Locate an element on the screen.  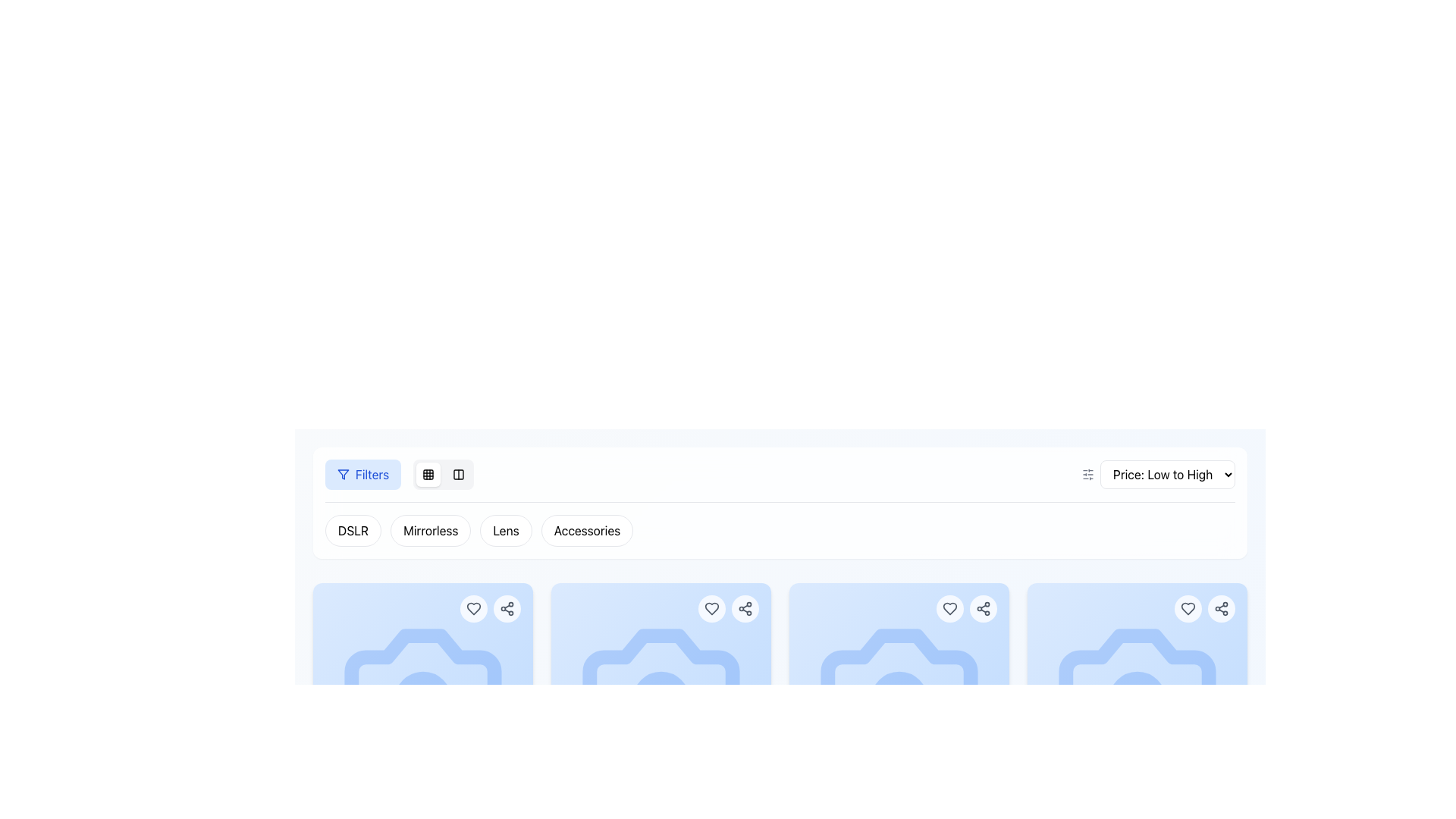
the circular button with a white background and heart icon located in the top-right corner of the product card is located at coordinates (1187, 607).